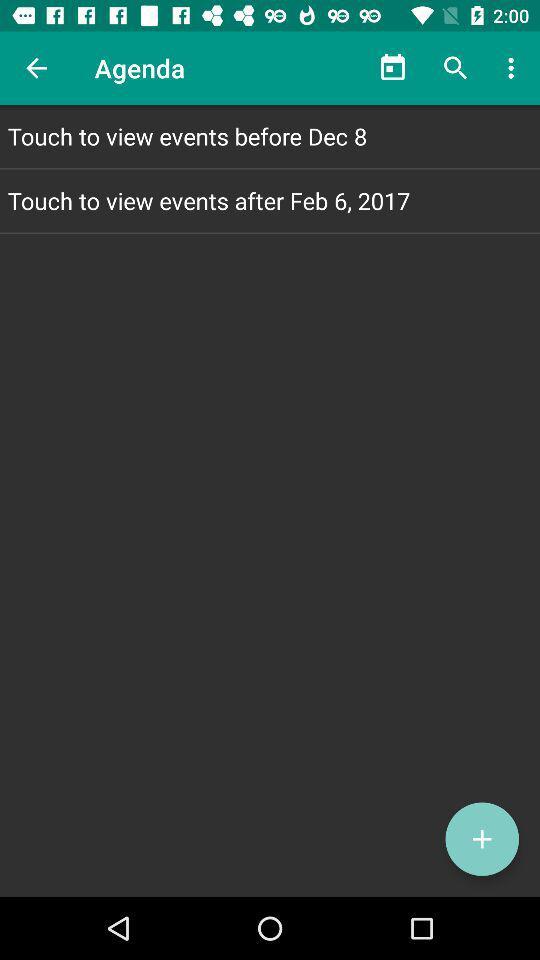 Image resolution: width=540 pixels, height=960 pixels. Describe the element at coordinates (393, 68) in the screenshot. I see `the icon to the right of the agenda icon` at that location.